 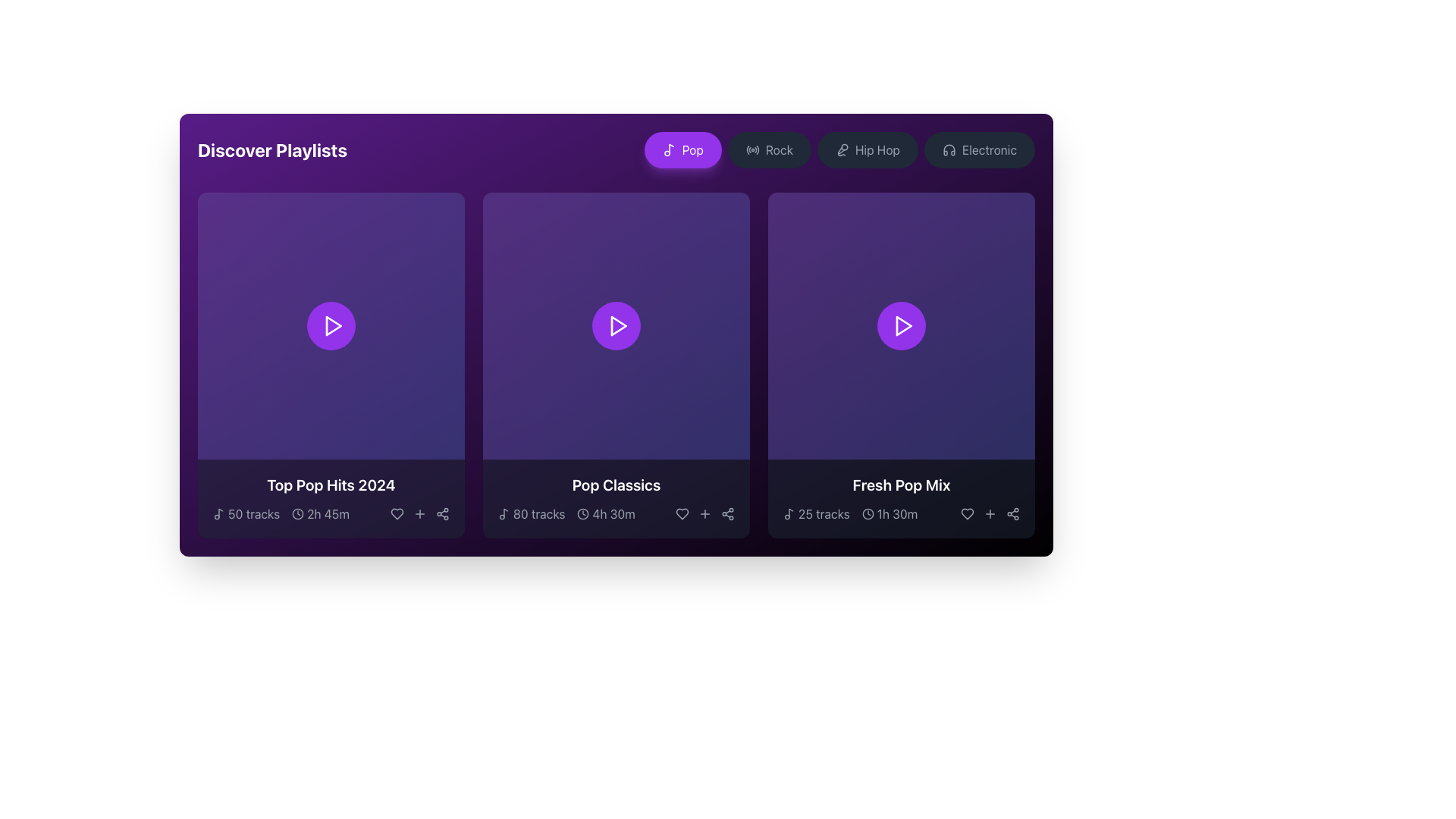 I want to click on the play icon graphic in the first card of the 'Discover Playlists' section to trigger any potential animations or tooltips, so click(x=333, y=325).